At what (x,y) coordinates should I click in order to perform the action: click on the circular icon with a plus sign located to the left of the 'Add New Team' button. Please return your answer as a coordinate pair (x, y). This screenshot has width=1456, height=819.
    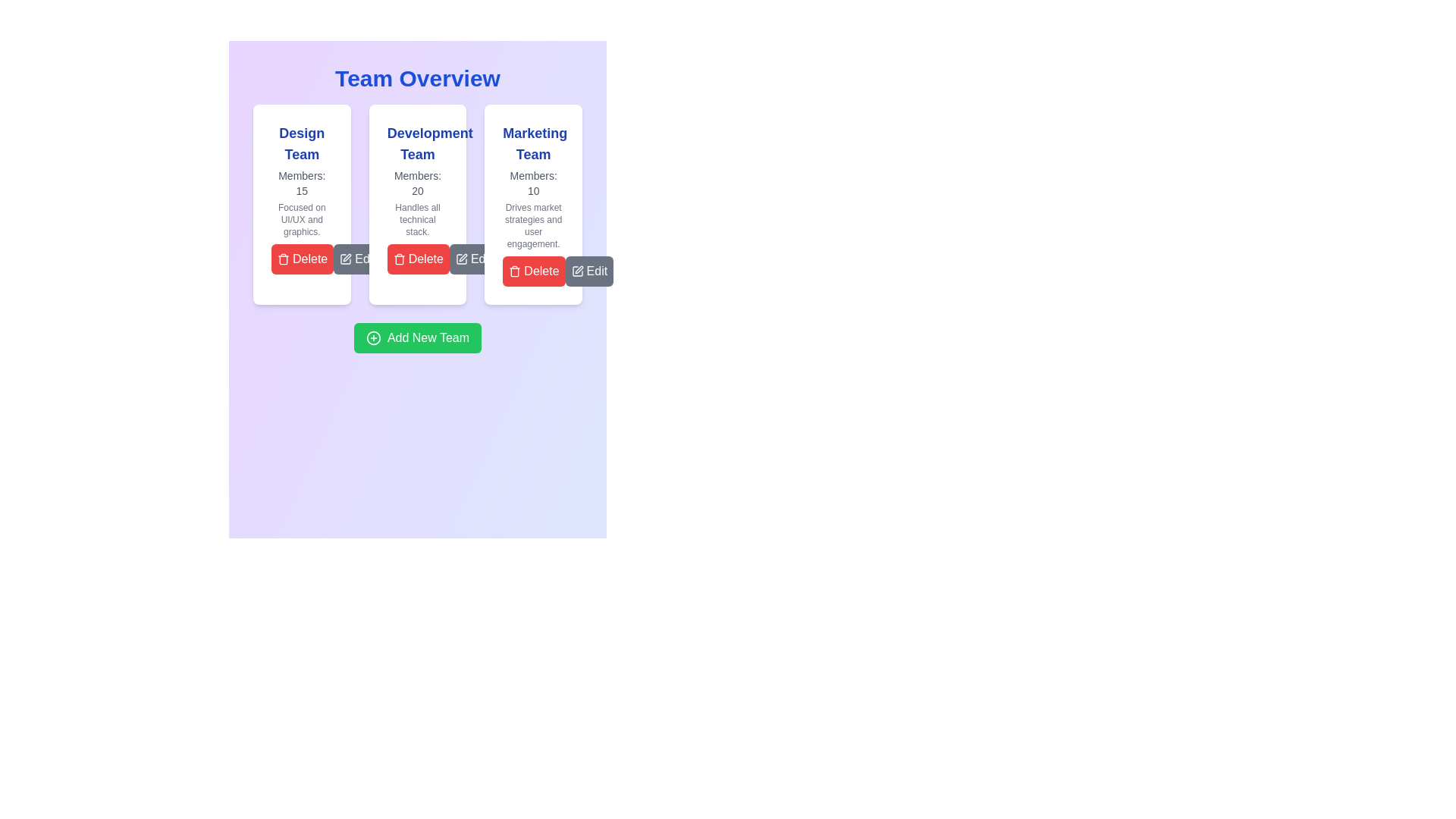
    Looking at the image, I should click on (373, 337).